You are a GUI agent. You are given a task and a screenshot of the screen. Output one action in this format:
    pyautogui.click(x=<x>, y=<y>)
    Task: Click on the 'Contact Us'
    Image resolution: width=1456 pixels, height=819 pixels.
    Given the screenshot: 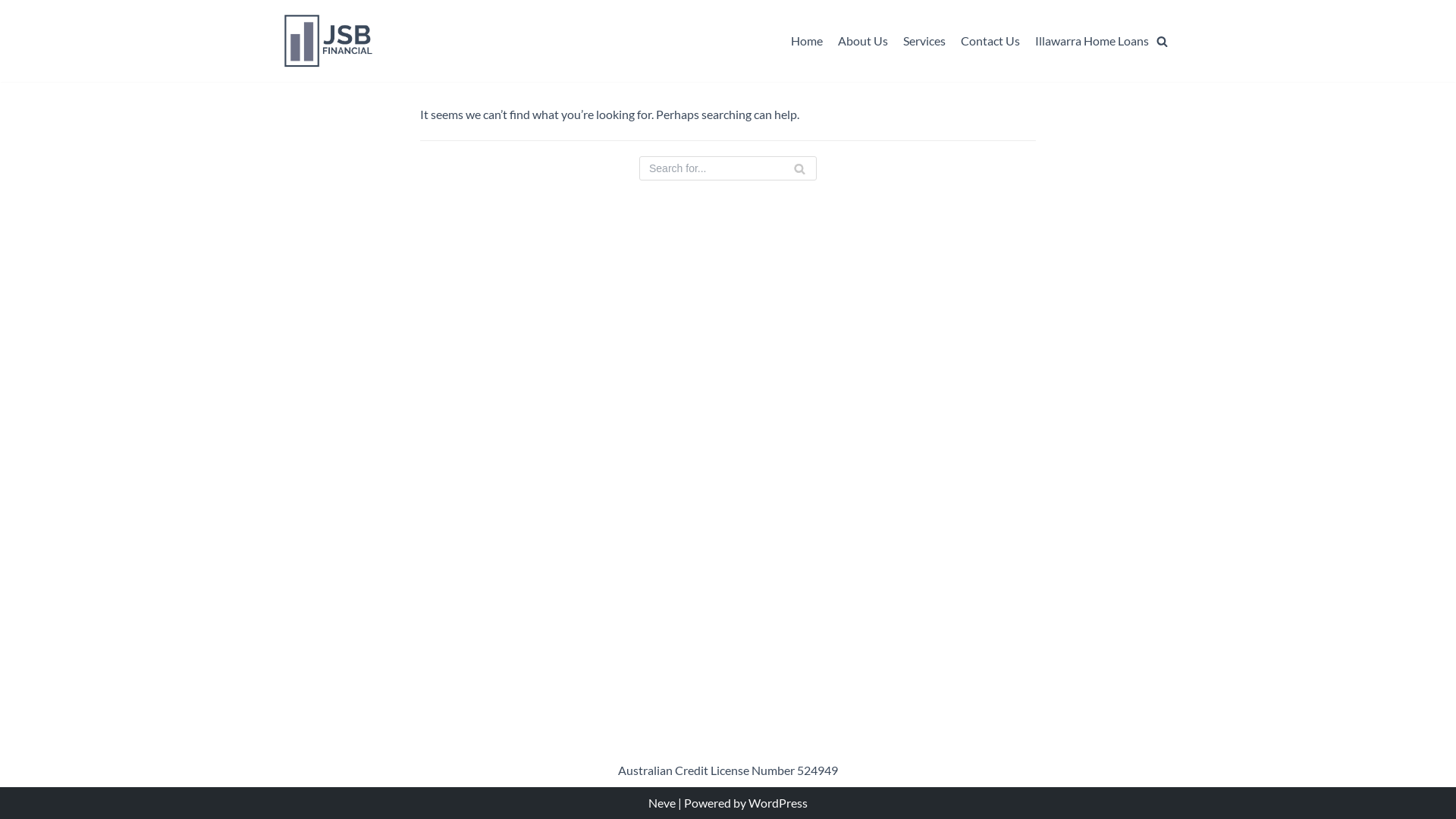 What is the action you would take?
    pyautogui.click(x=960, y=40)
    